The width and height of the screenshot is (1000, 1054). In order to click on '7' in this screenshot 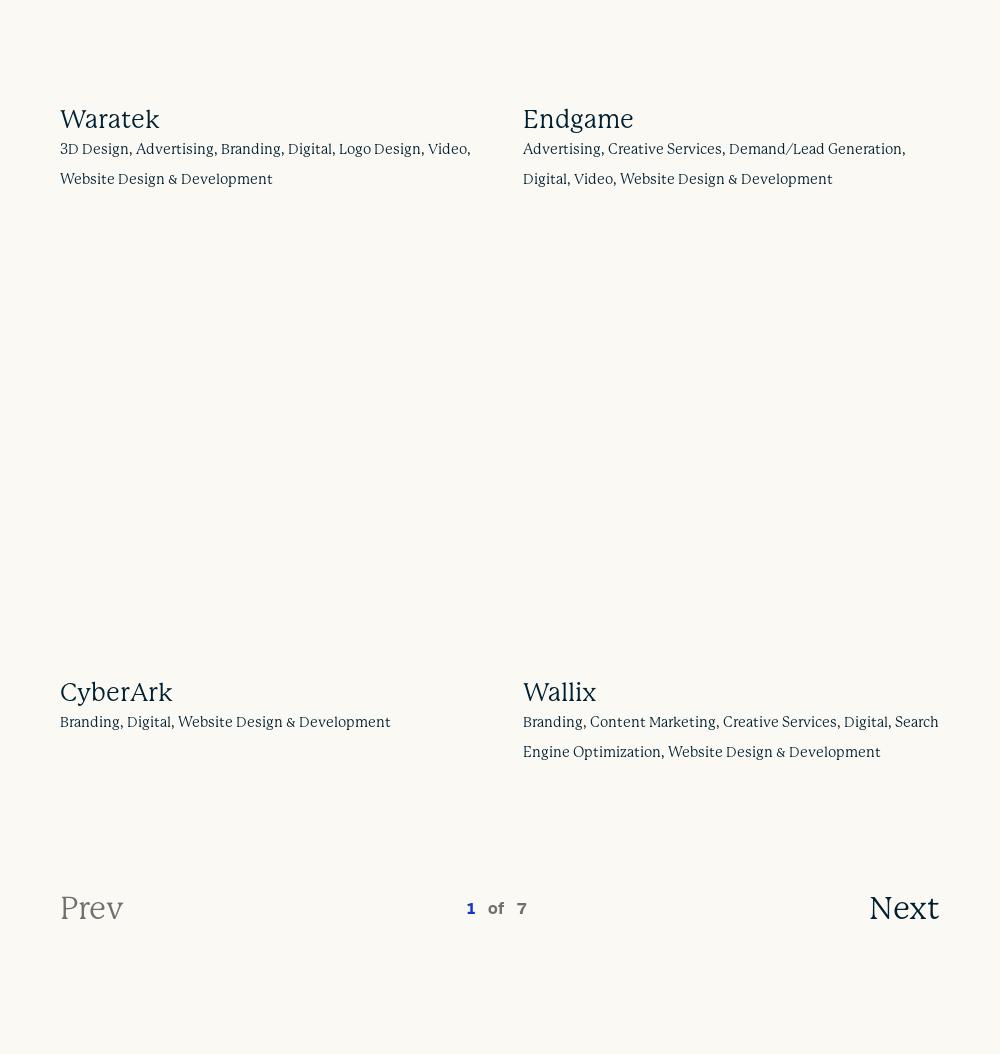, I will do `click(521, 906)`.